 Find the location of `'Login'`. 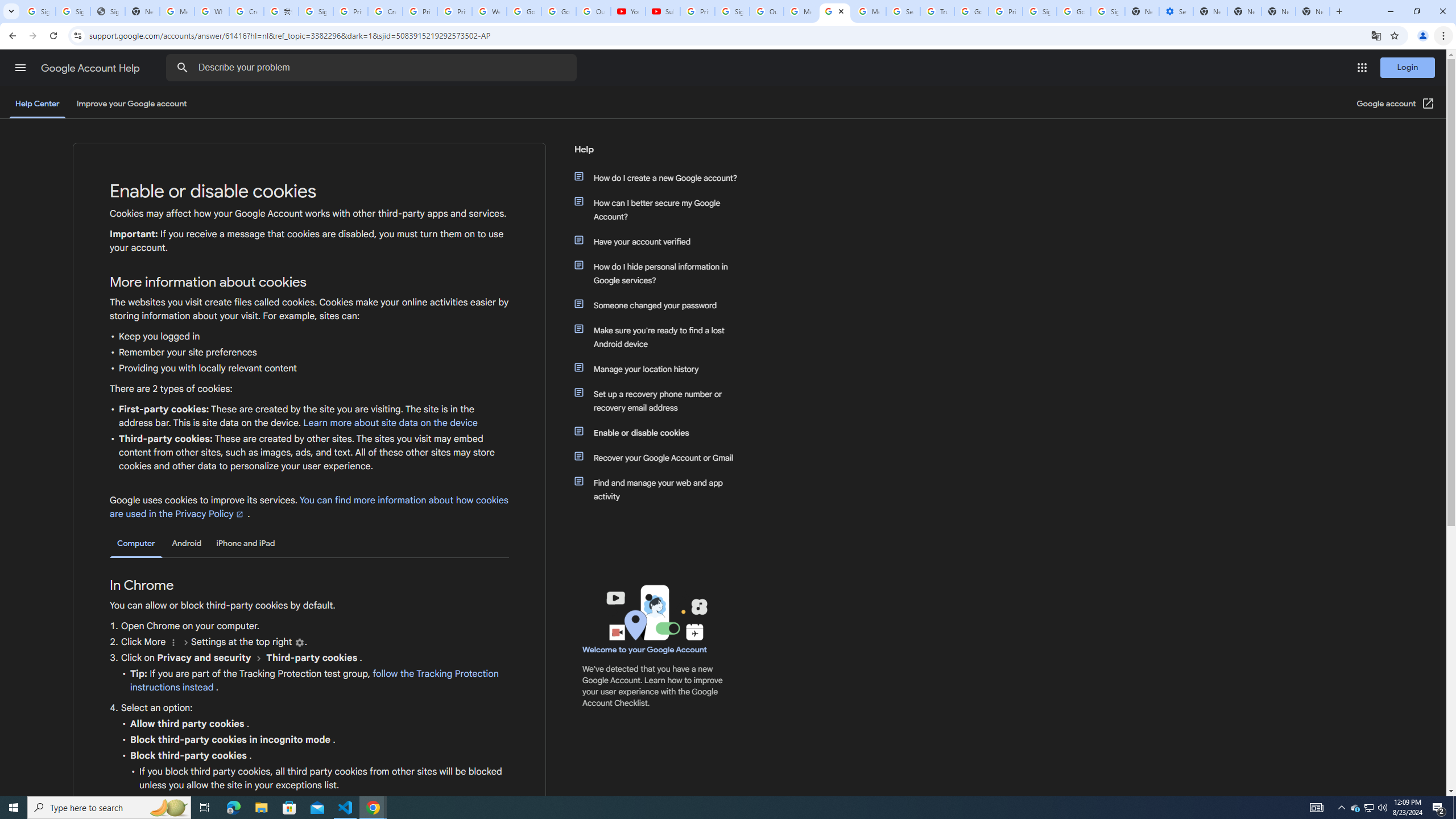

'Login' is located at coordinates (1407, 67).